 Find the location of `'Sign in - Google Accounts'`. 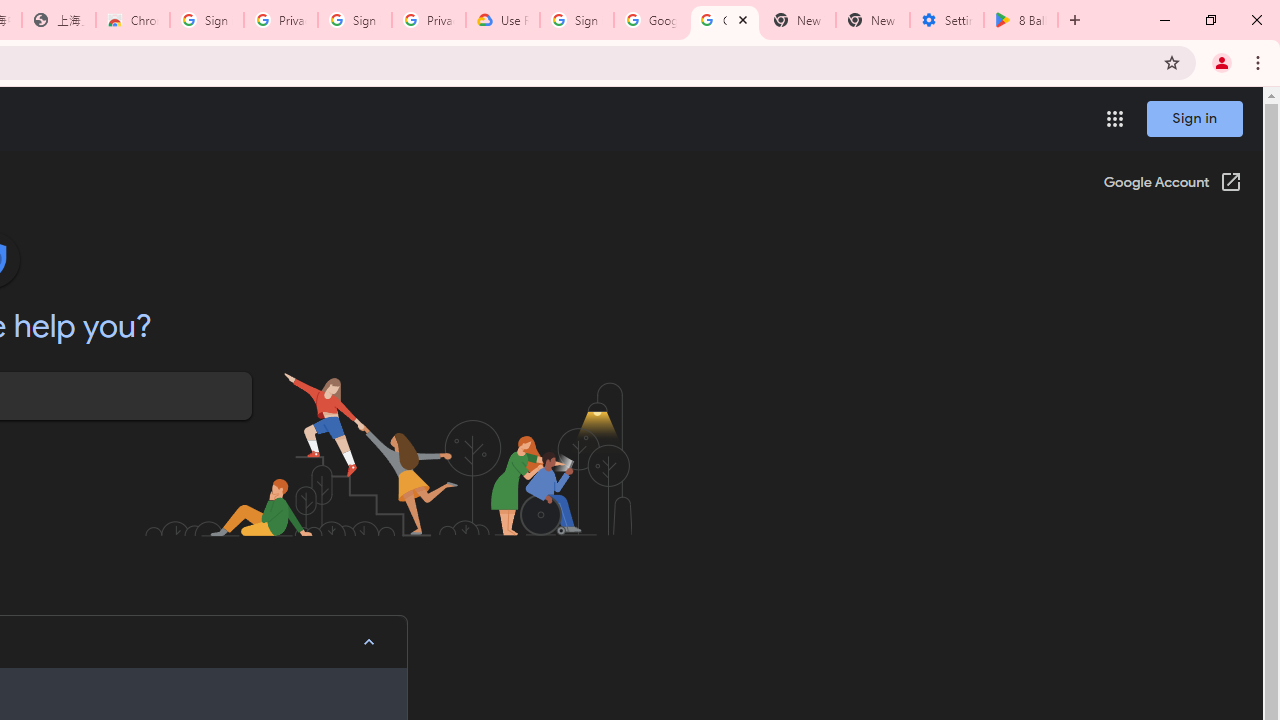

'Sign in - Google Accounts' is located at coordinates (576, 20).